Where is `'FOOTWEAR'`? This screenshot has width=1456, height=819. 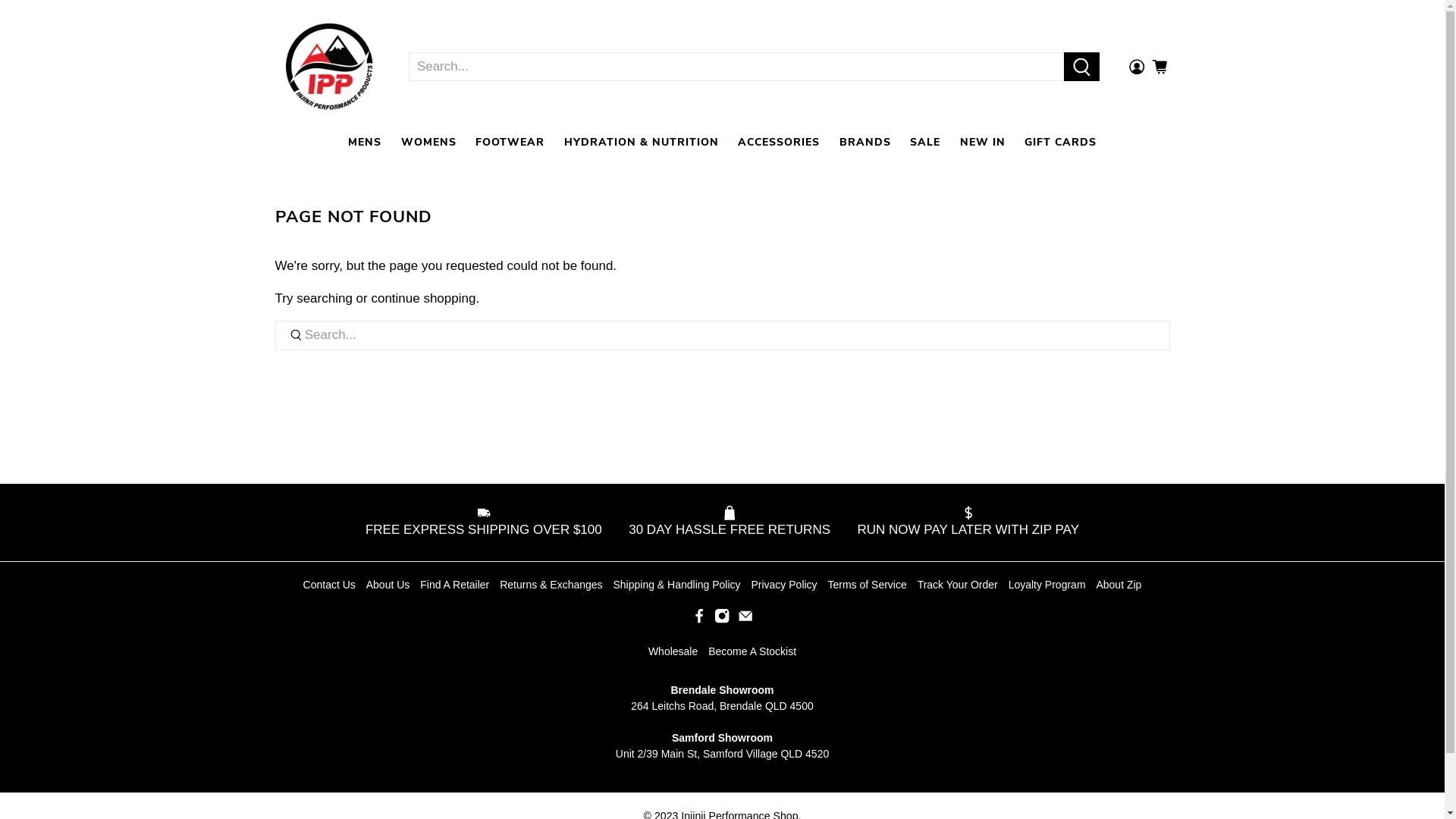
'FOOTWEAR' is located at coordinates (510, 142).